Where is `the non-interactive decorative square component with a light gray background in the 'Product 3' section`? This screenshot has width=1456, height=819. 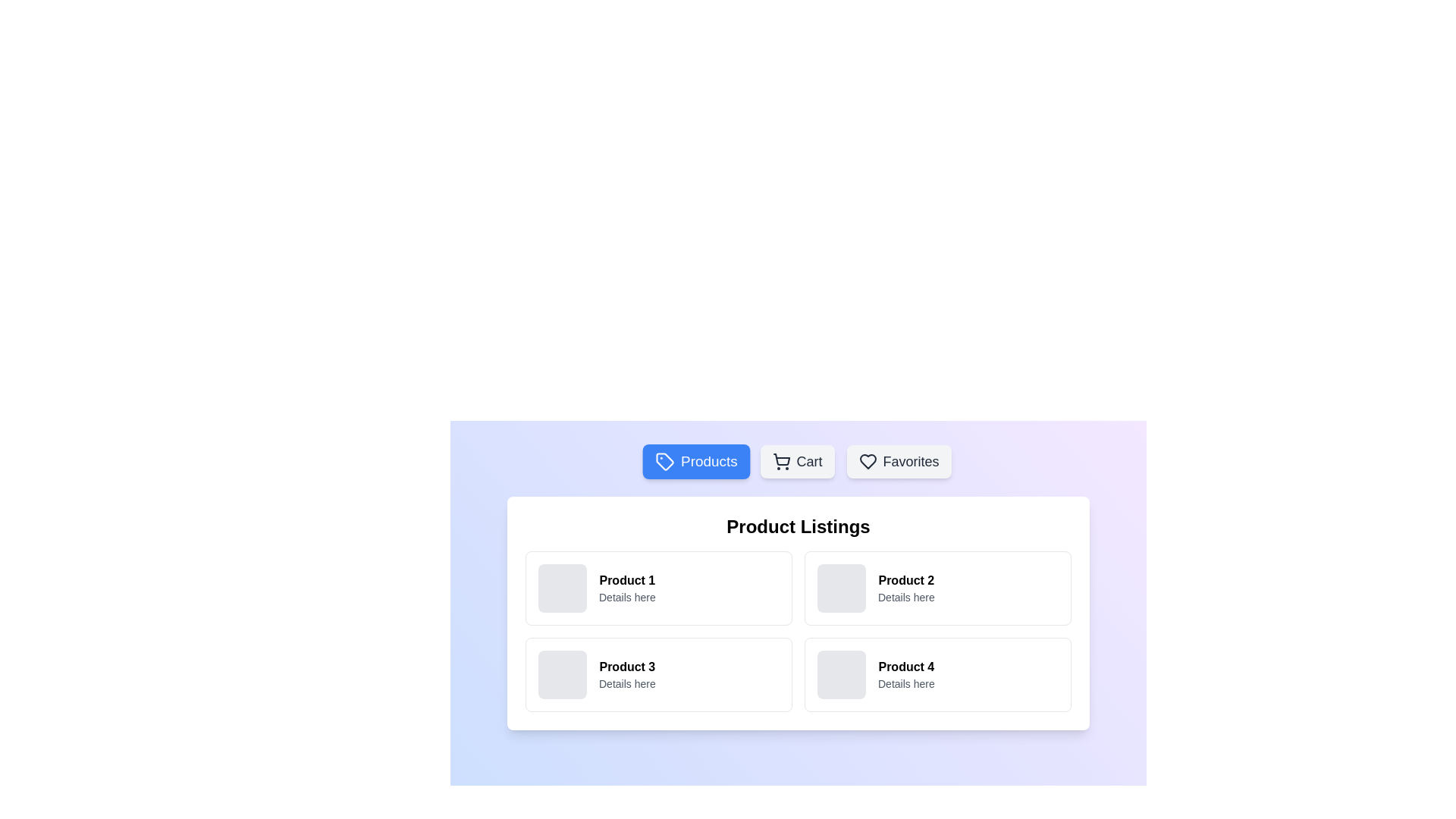
the non-interactive decorative square component with a light gray background in the 'Product 3' section is located at coordinates (562, 674).